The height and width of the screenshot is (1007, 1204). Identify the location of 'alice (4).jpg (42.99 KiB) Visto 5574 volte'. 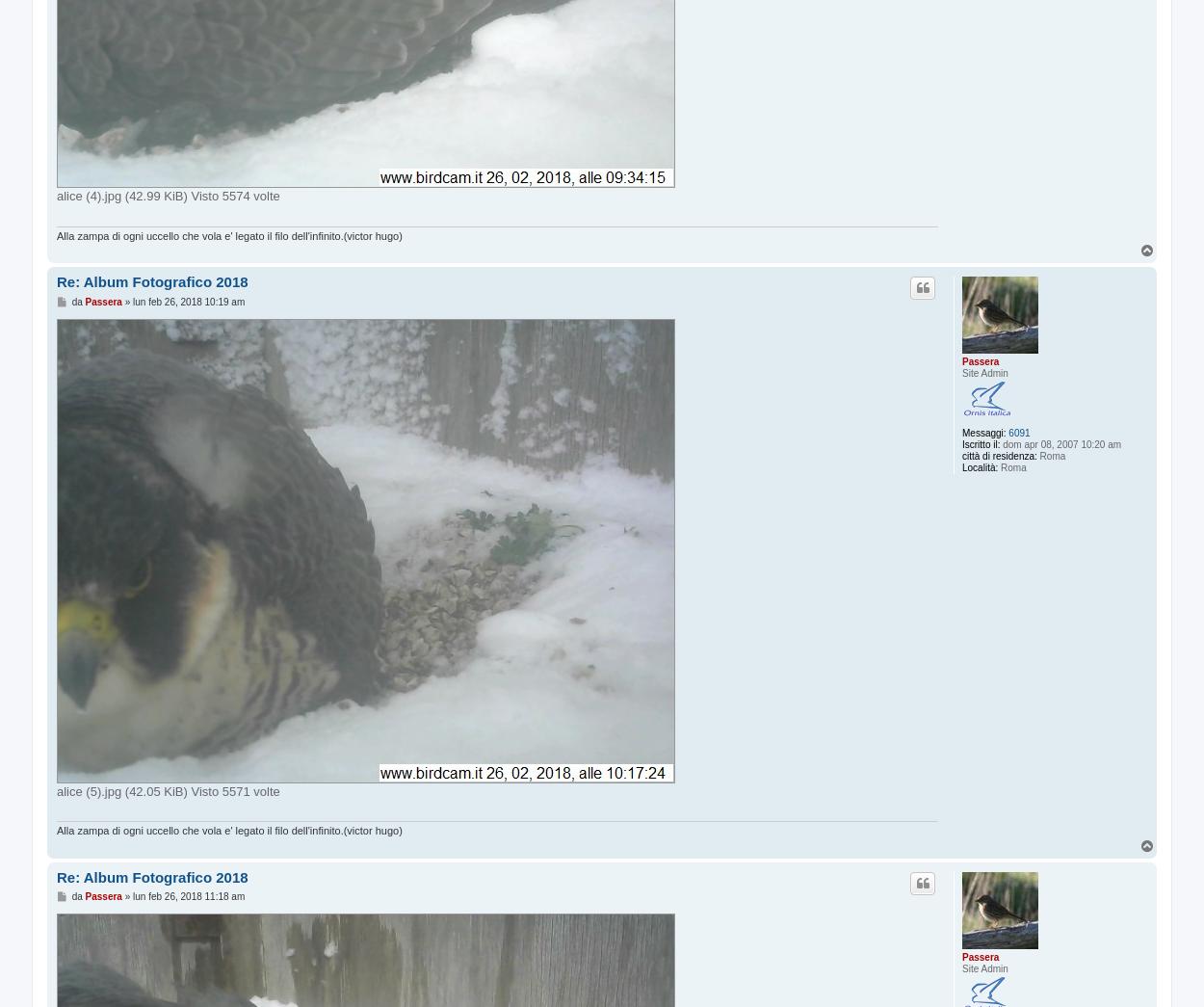
(168, 196).